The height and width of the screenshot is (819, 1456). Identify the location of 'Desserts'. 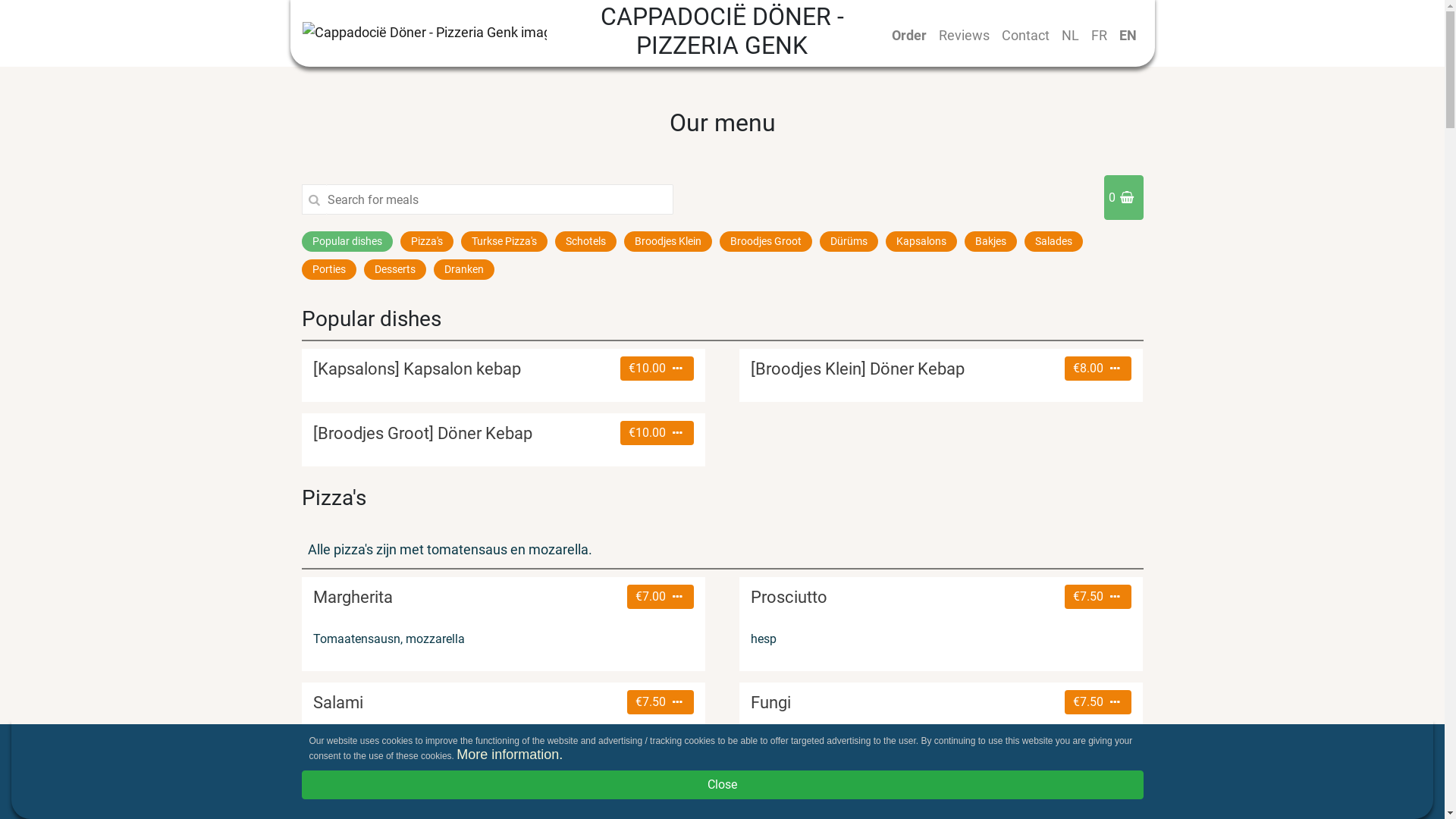
(395, 268).